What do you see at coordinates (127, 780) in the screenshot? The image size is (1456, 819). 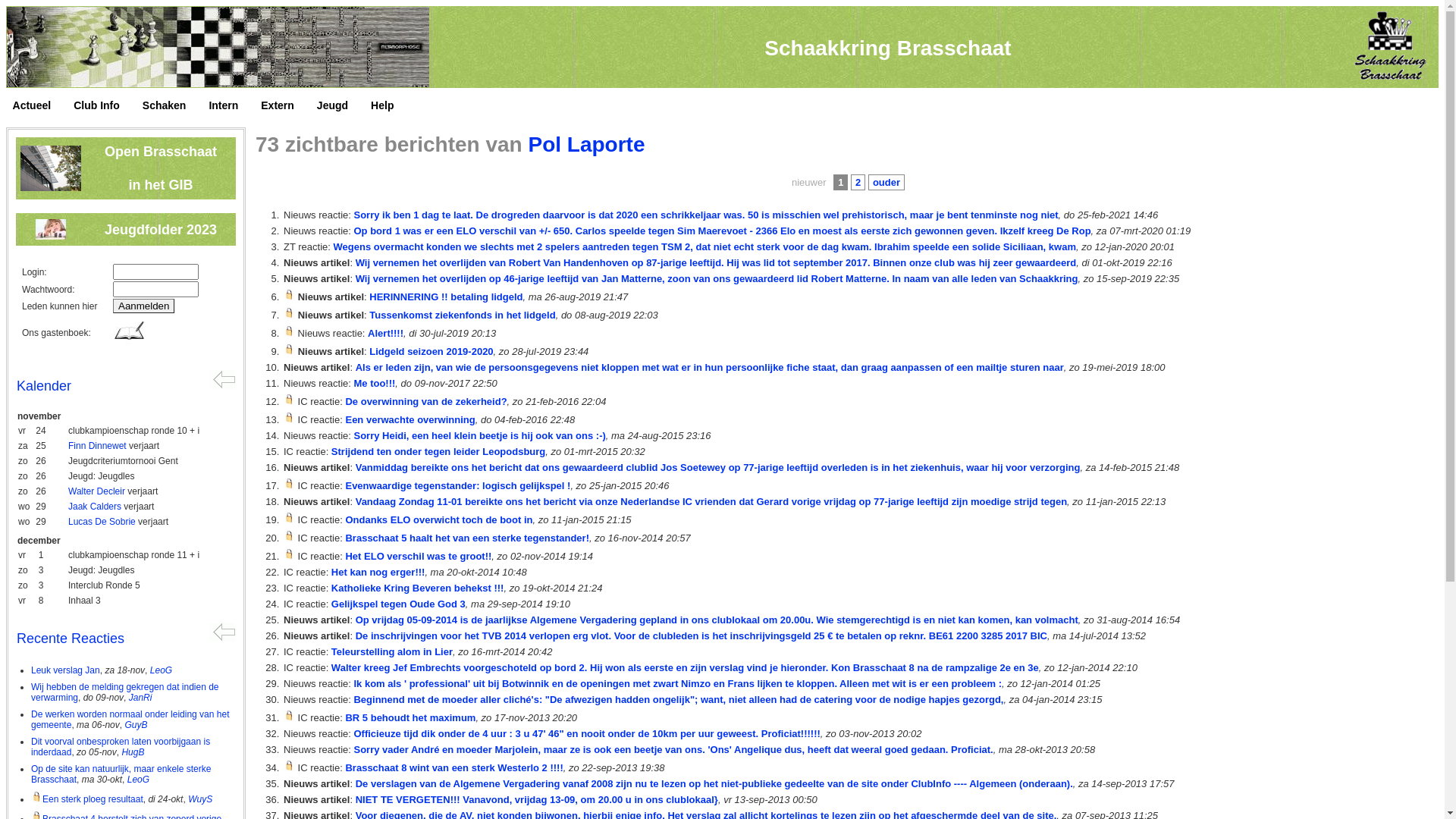 I see `'LeoG'` at bounding box center [127, 780].